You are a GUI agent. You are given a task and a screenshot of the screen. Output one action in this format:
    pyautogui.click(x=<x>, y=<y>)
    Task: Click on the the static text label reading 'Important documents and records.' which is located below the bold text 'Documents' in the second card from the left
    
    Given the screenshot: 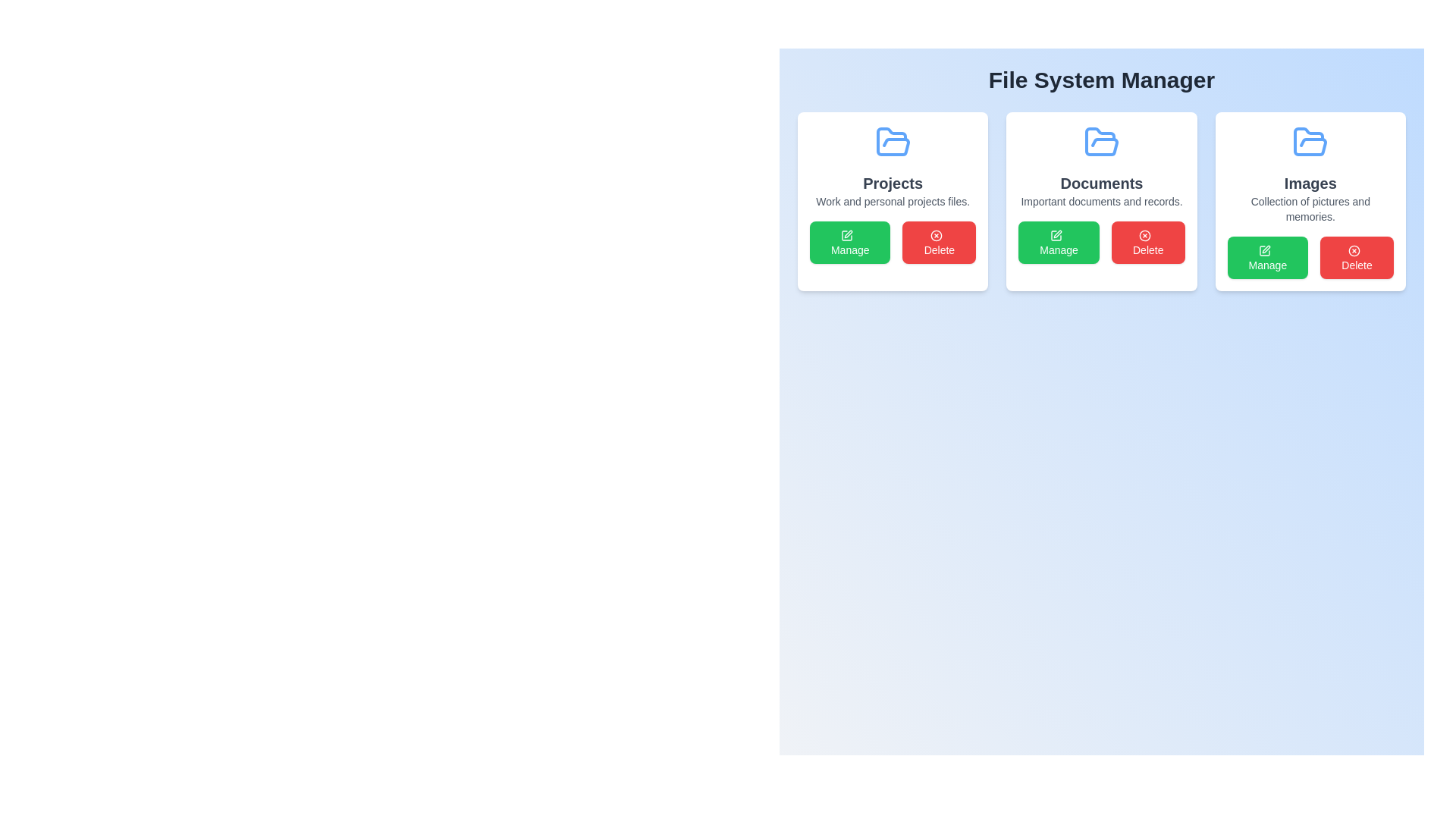 What is the action you would take?
    pyautogui.click(x=1102, y=201)
    